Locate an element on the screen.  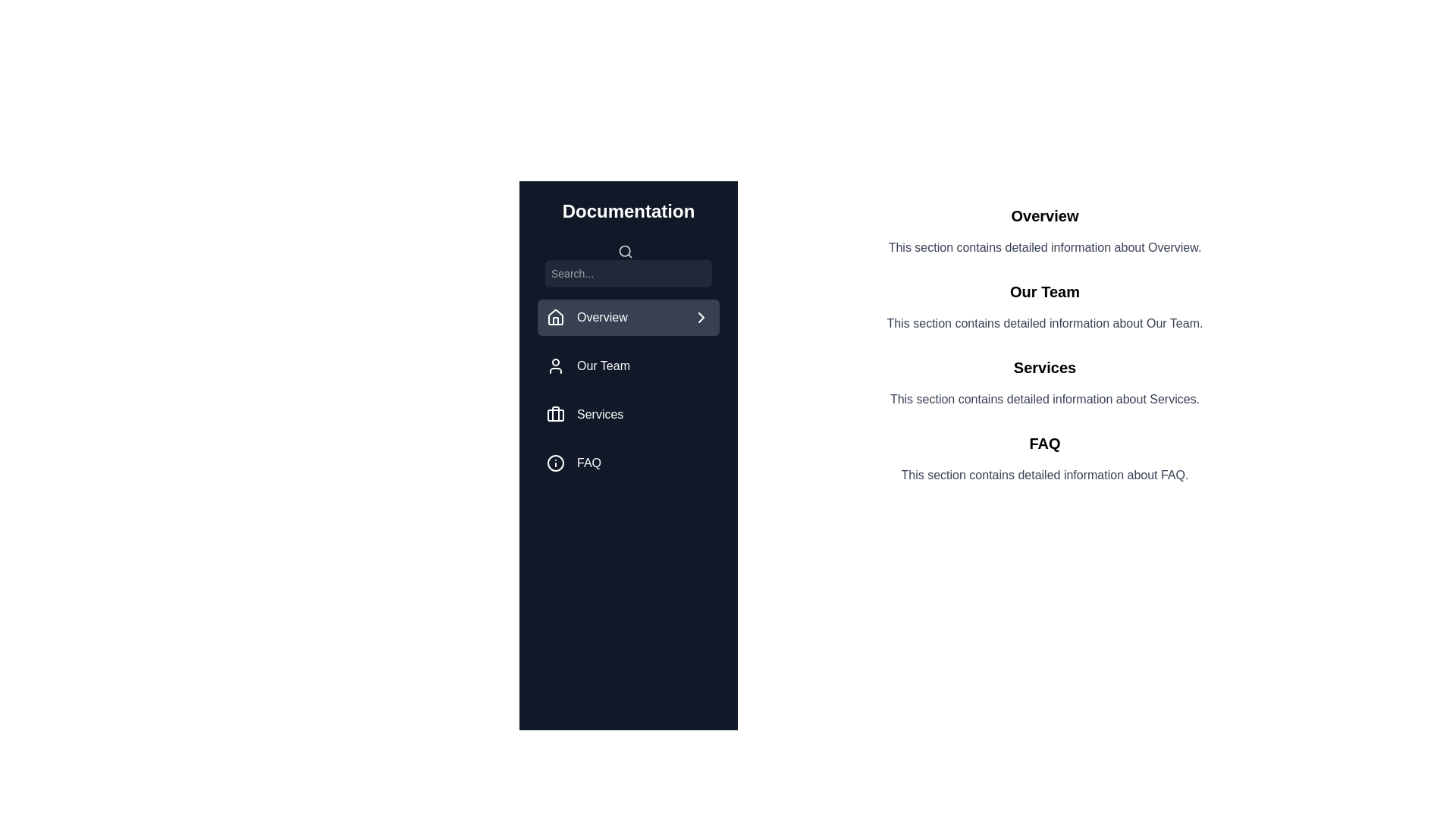
the house icon in the Overview menu item is located at coordinates (555, 317).